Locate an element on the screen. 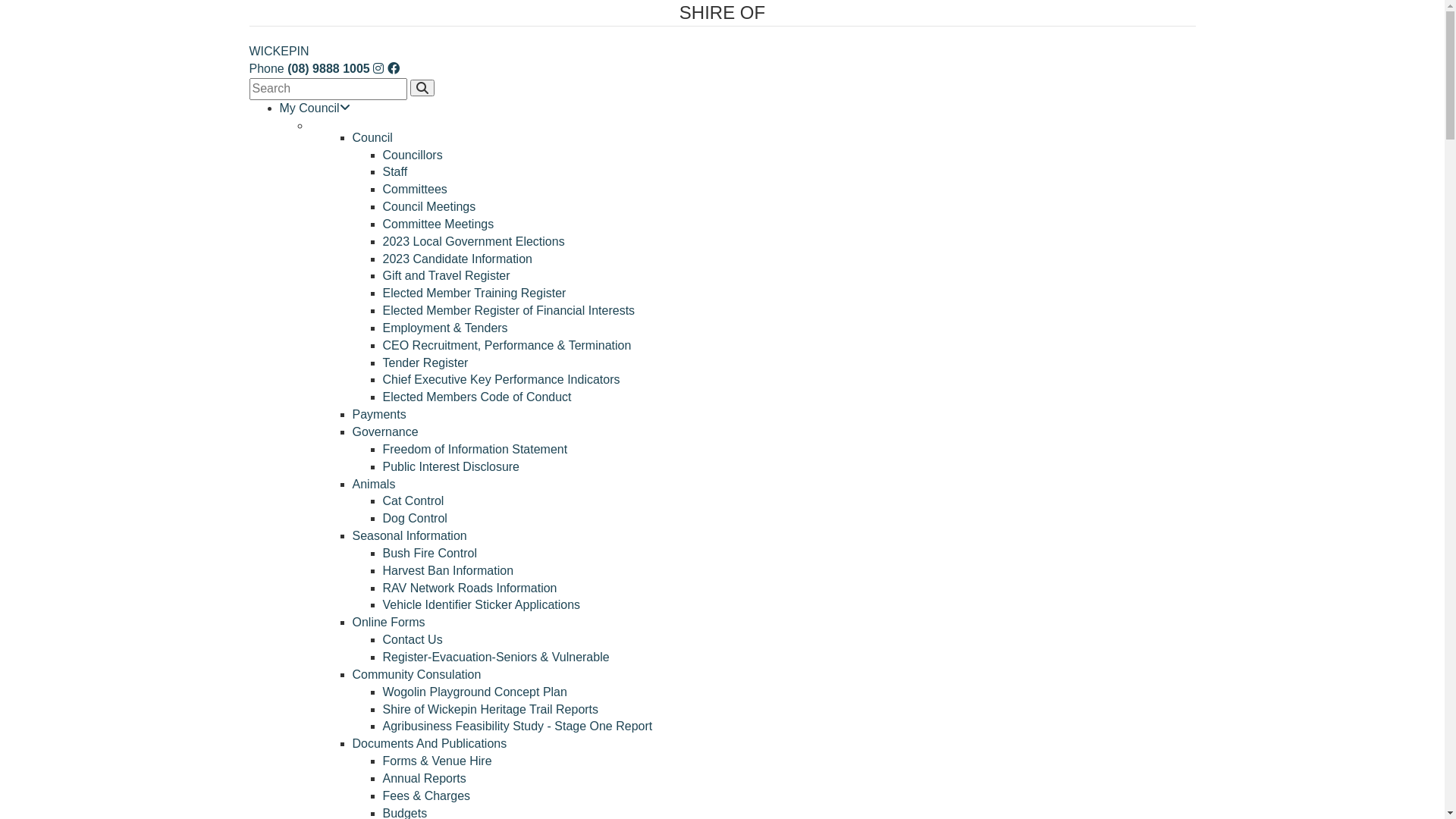 This screenshot has width=1456, height=819. 'Fees & Charges' is located at coordinates (425, 795).